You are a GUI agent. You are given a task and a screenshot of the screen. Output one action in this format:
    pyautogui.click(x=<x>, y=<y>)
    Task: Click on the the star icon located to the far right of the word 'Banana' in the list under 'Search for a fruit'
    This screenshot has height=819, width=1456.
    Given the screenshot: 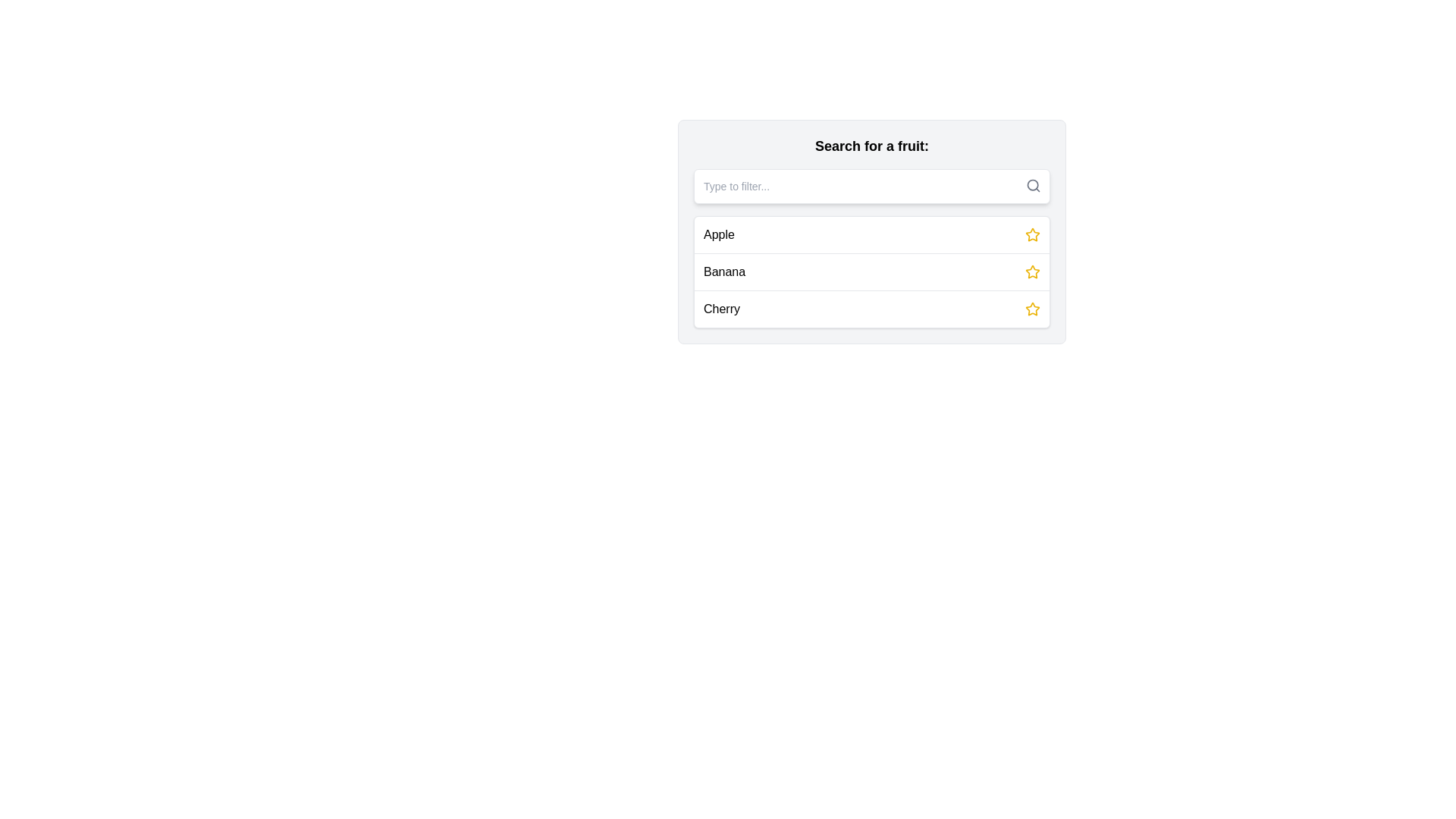 What is the action you would take?
    pyautogui.click(x=1032, y=271)
    